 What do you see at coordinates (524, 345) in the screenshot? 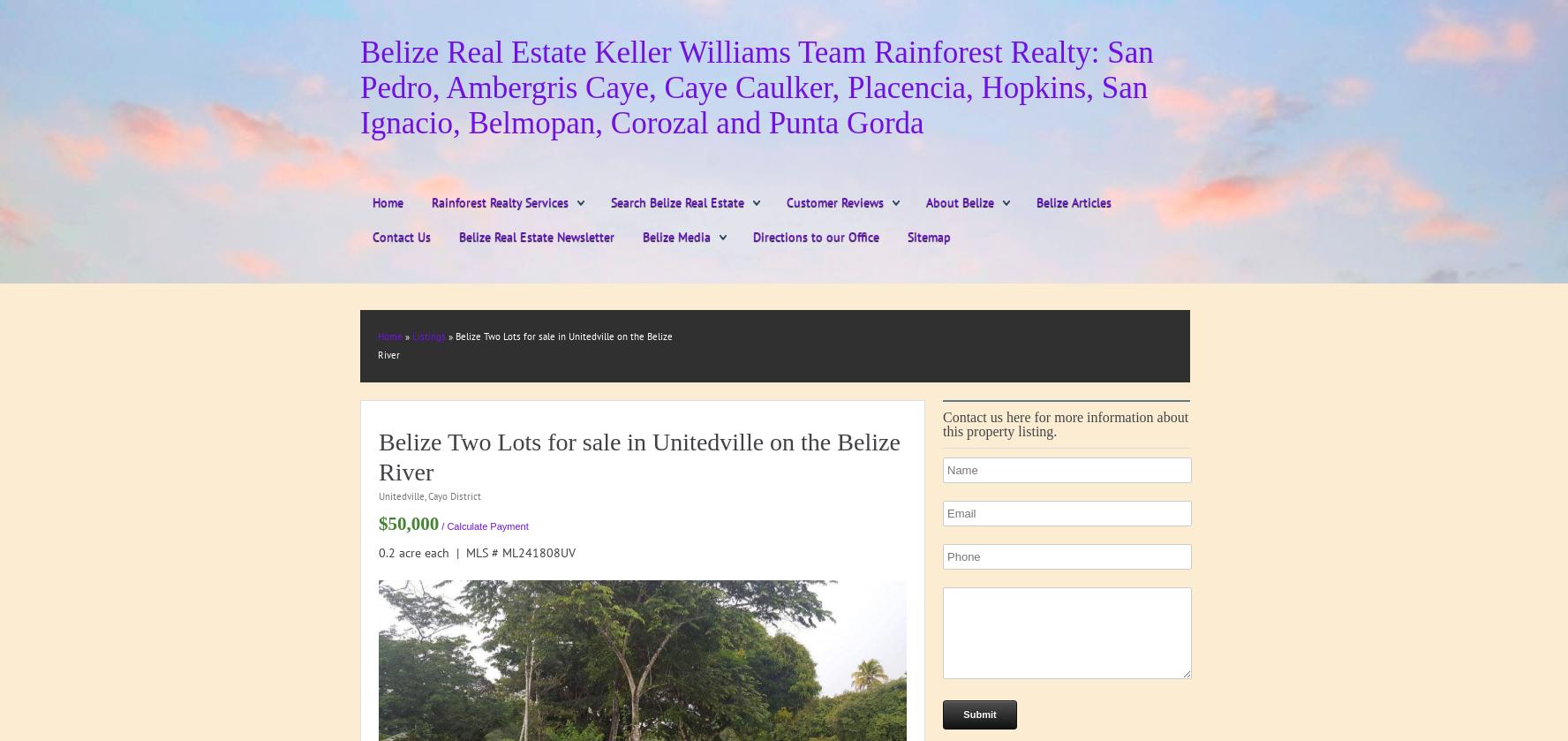
I see `'» Belize Two Lots for sale in Unitedville on the Belize River'` at bounding box center [524, 345].